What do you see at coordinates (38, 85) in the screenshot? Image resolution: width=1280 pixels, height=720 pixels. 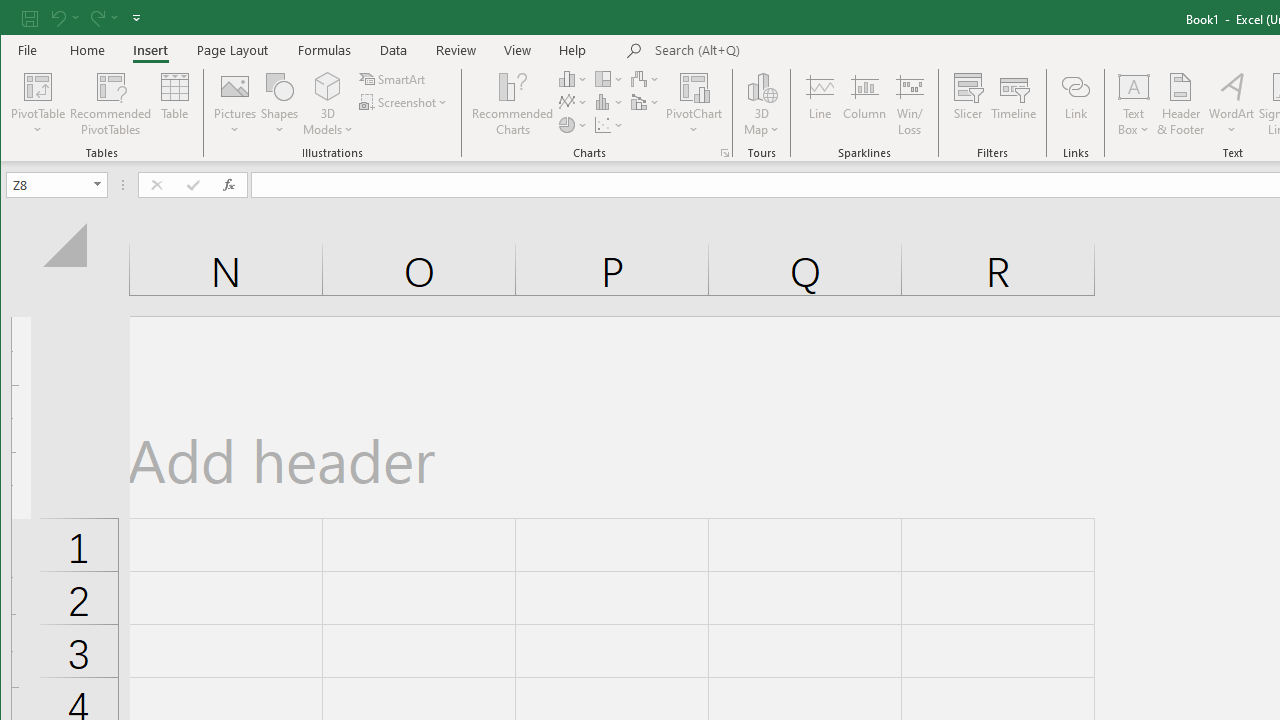 I see `'PivotTable'` at bounding box center [38, 85].